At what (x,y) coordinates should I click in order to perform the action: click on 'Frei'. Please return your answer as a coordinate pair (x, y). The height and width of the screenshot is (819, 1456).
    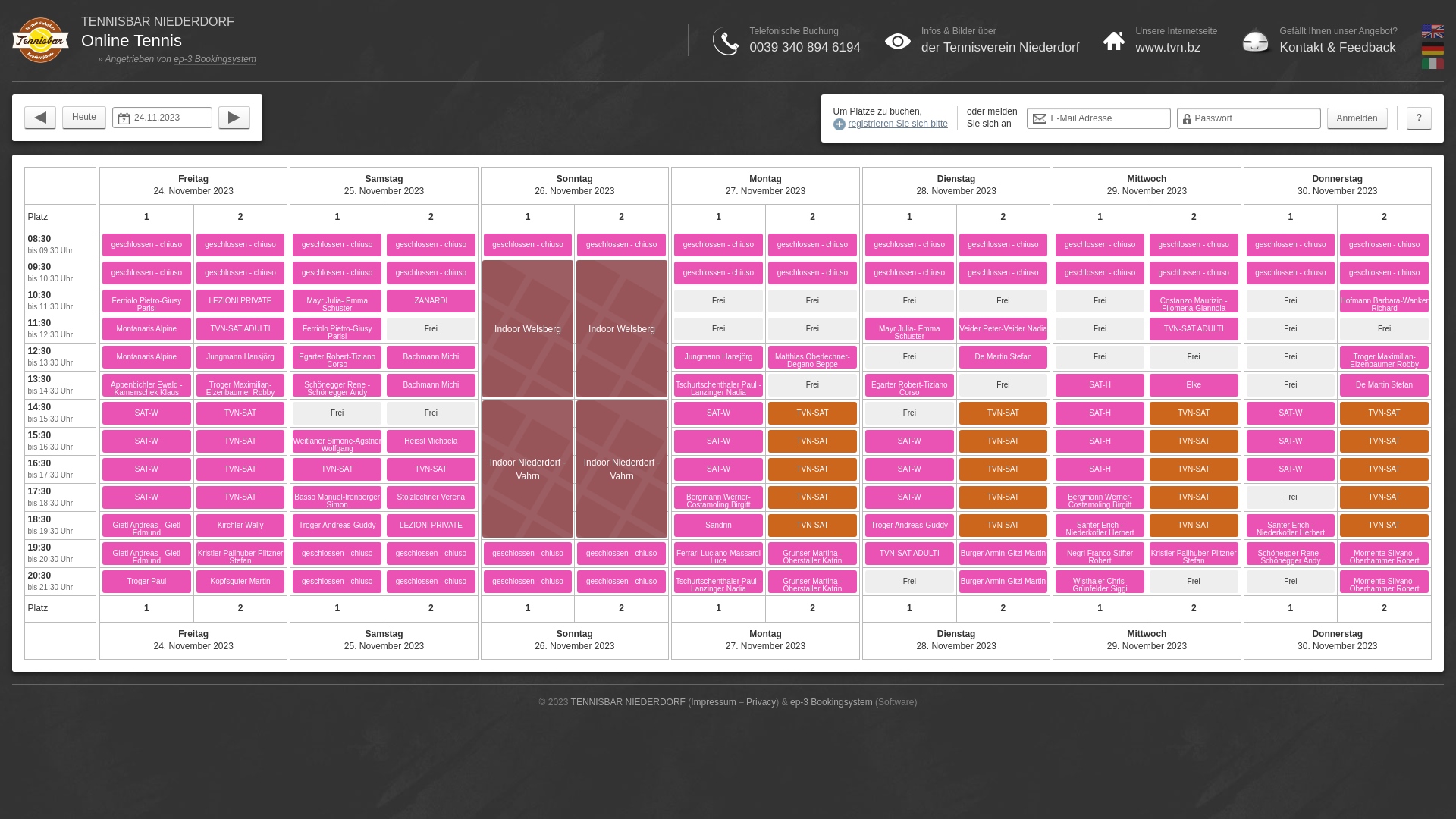
    Looking at the image, I should click on (1246, 301).